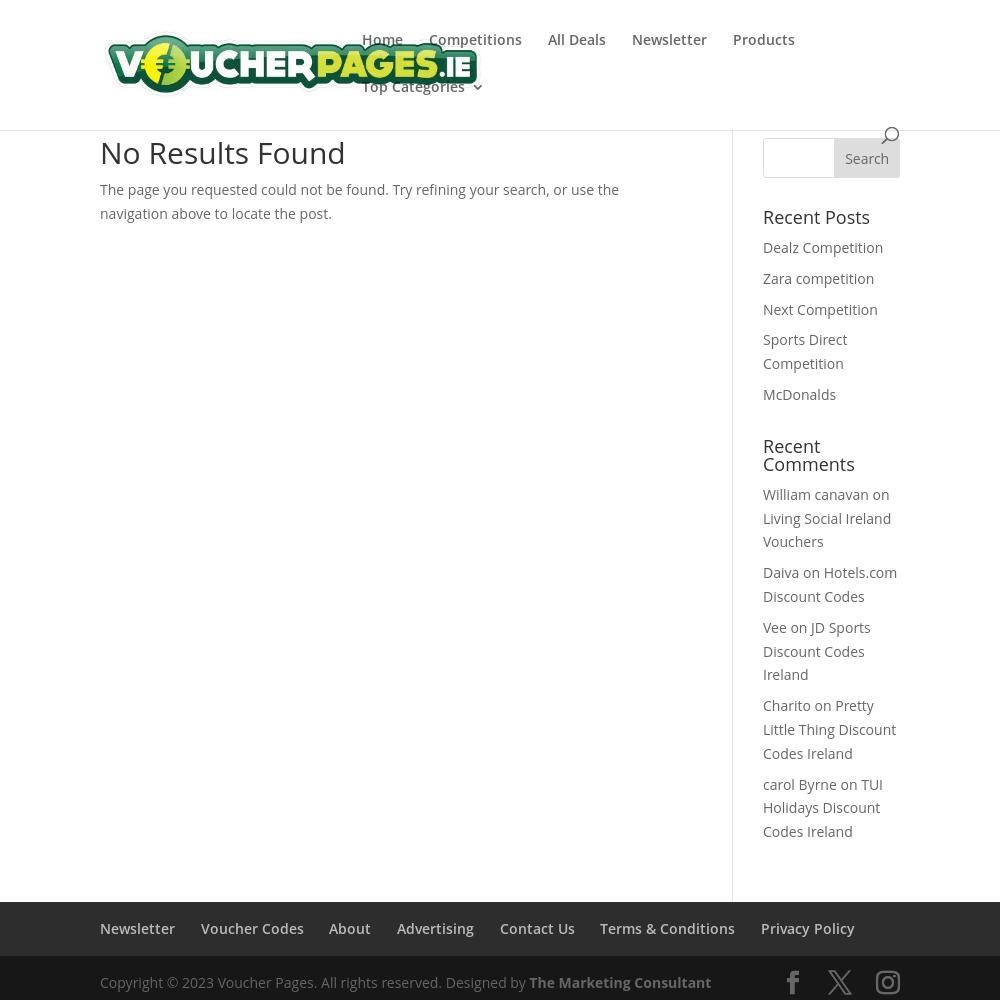 This screenshot has height=1000, width=1000. I want to click on 'Copyright © 2023 Voucher Pages. All rights reserved.
Designed by', so click(313, 980).